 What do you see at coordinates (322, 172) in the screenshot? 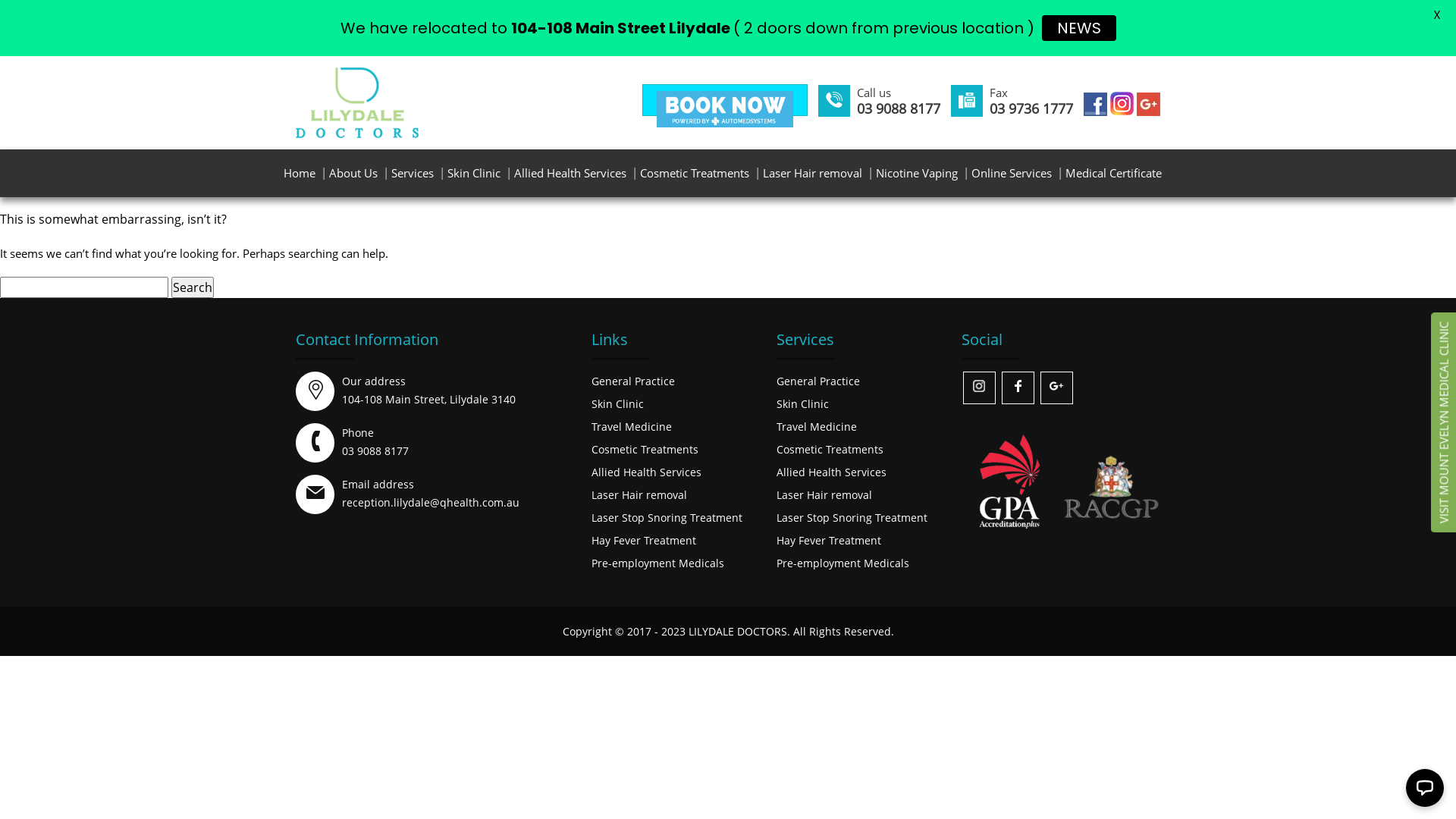
I see `'About Us'` at bounding box center [322, 172].